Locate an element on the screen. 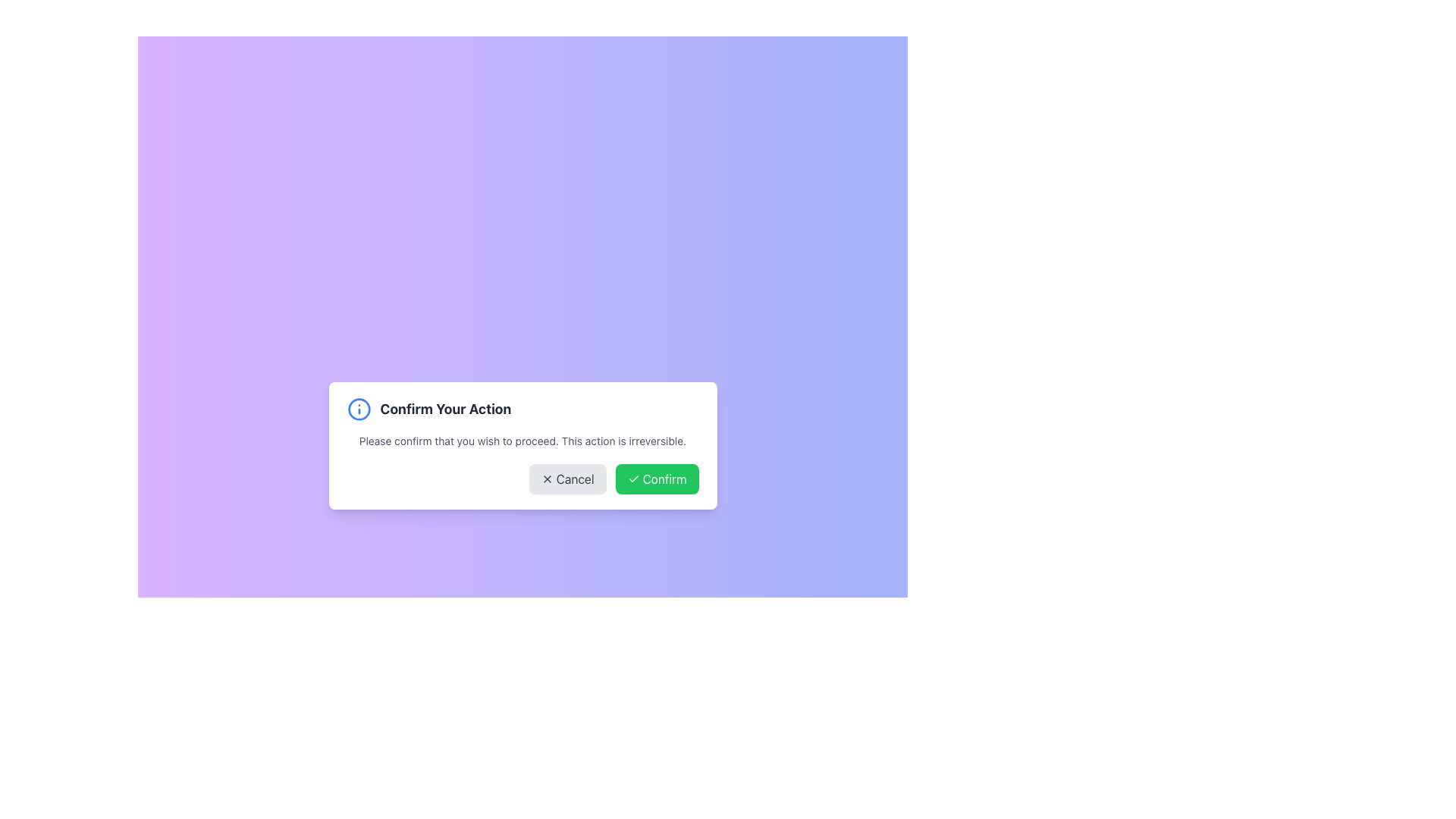  the 'Confirm' button that contains the checkmark icon is located at coordinates (633, 479).